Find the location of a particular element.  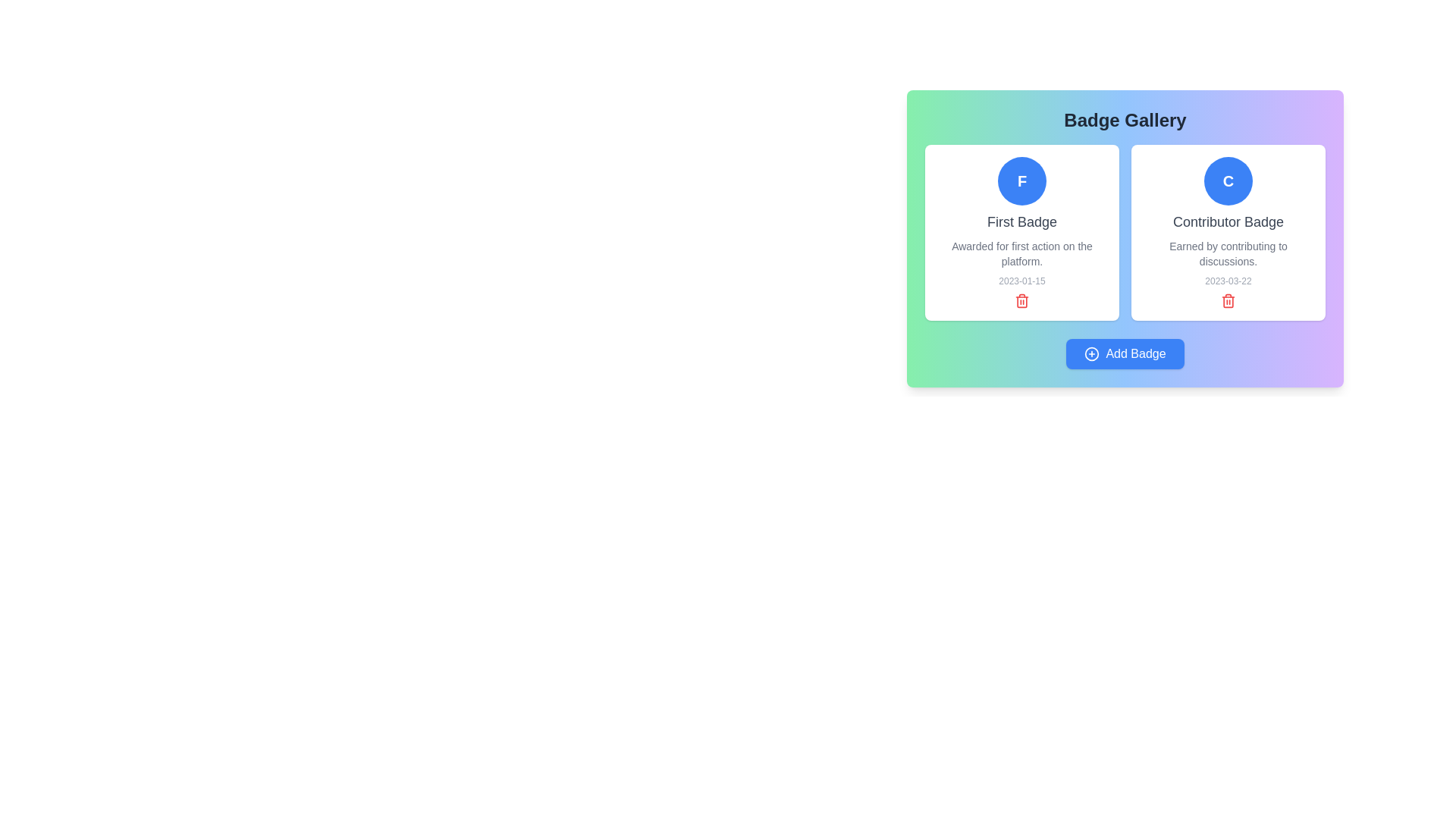

the small text label displaying the date '2023-01-15' located at the bottom of the left badge card in the 'Badge Gallery' section is located at coordinates (1022, 281).